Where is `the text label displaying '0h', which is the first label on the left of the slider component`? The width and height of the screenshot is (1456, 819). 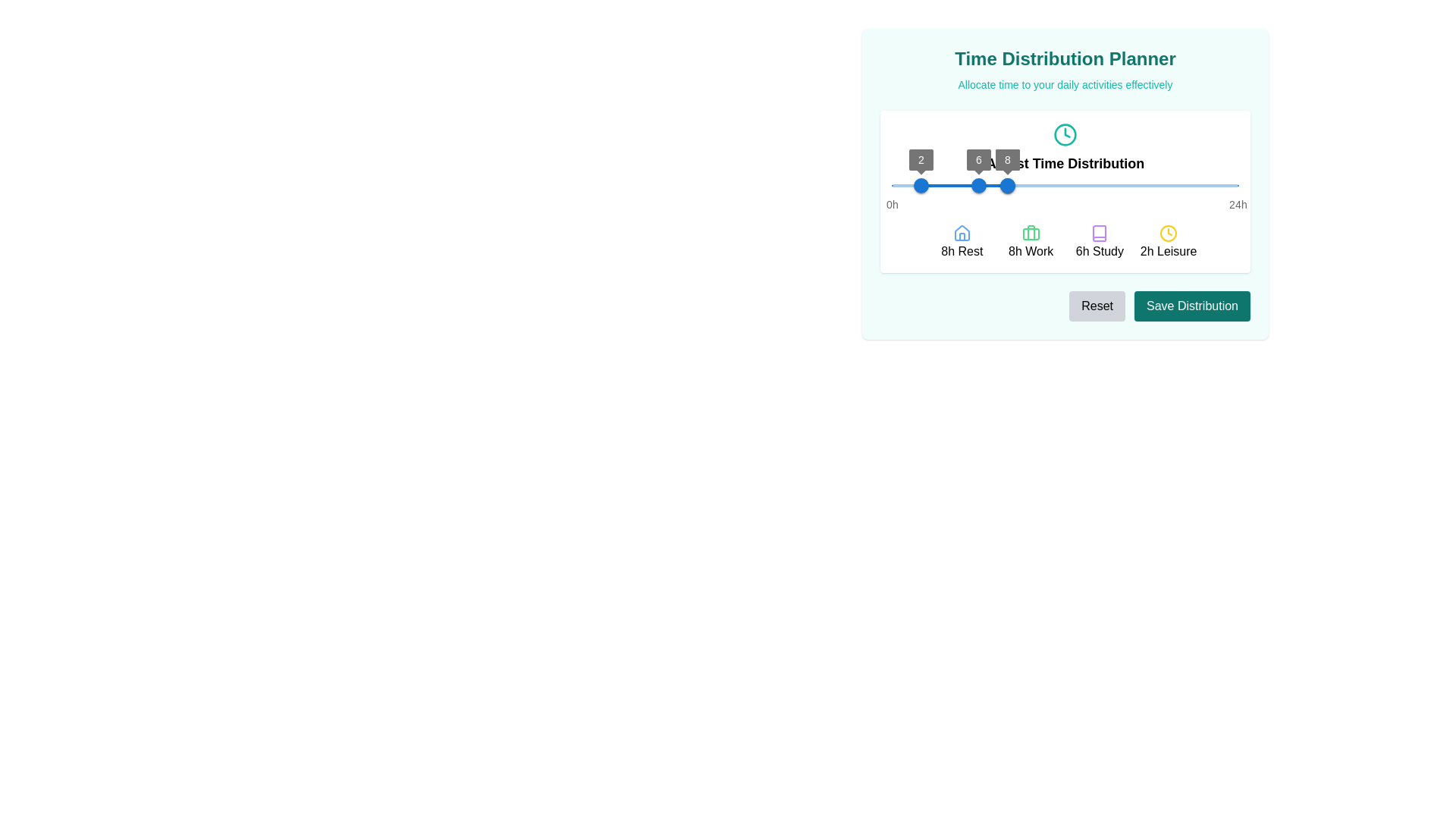 the text label displaying '0h', which is the first label on the left of the slider component is located at coordinates (892, 205).